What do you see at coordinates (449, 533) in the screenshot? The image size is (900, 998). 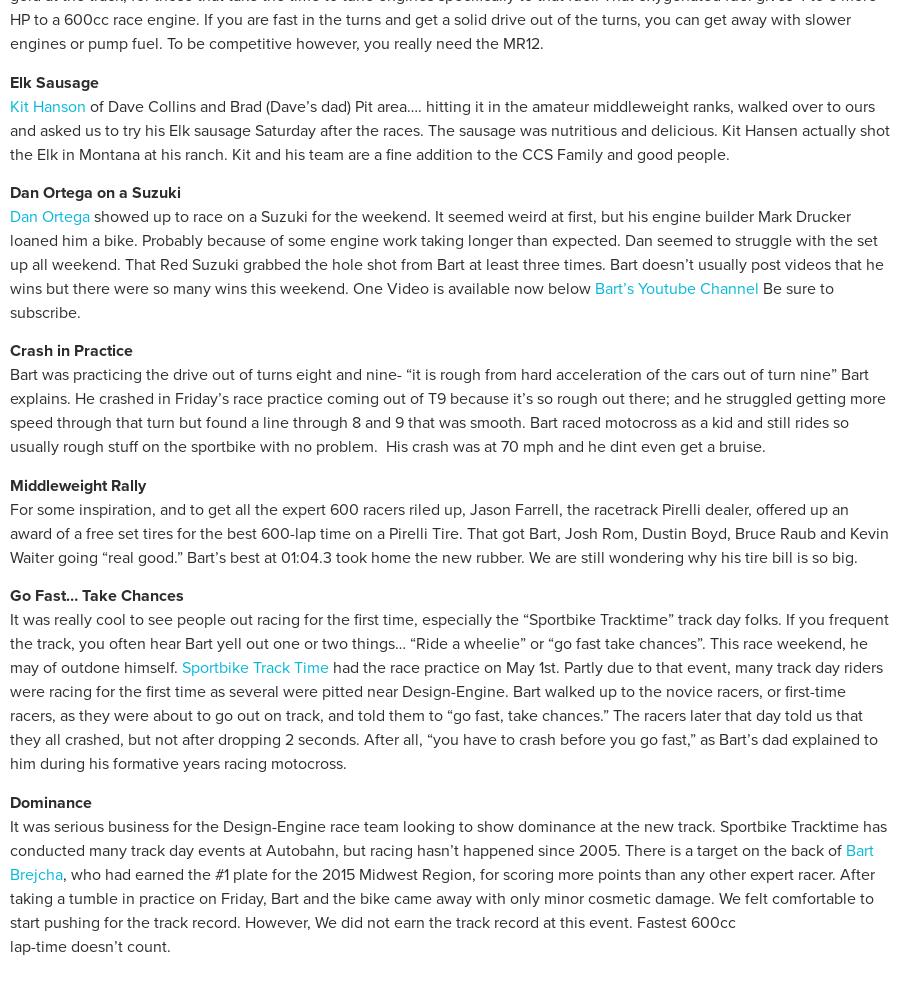 I see `'For some inspiration, and to get all the expert 600 racers riled up, Jason Farrell, the racetrack Pirelli dealer, offered up an award of a free set tires for the best 600-lap time on a Pirelli Tire. That got Bart, Josh Rom, Dustin Boyd, Bruce Raub and Kevin Waiter going “real good.” Bart’s best at 01:04.3 took home the new rubber. We are still wondering why his tire bill is so big.'` at bounding box center [449, 533].